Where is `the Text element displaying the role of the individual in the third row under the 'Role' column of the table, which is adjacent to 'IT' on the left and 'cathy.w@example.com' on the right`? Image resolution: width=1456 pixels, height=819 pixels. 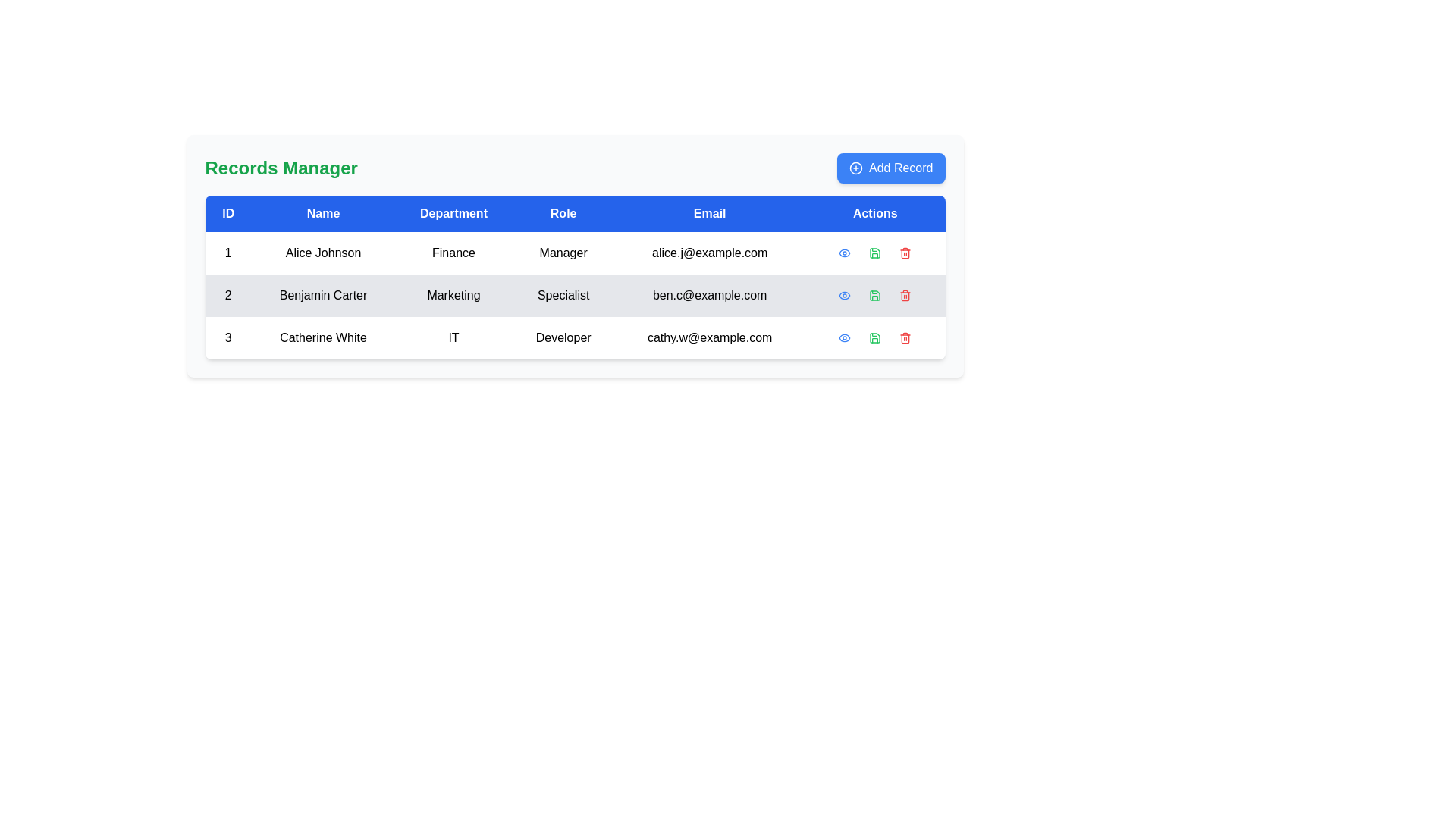 the Text element displaying the role of the individual in the third row under the 'Role' column of the table, which is adjacent to 'IT' on the left and 'cathy.w@example.com' on the right is located at coordinates (563, 337).